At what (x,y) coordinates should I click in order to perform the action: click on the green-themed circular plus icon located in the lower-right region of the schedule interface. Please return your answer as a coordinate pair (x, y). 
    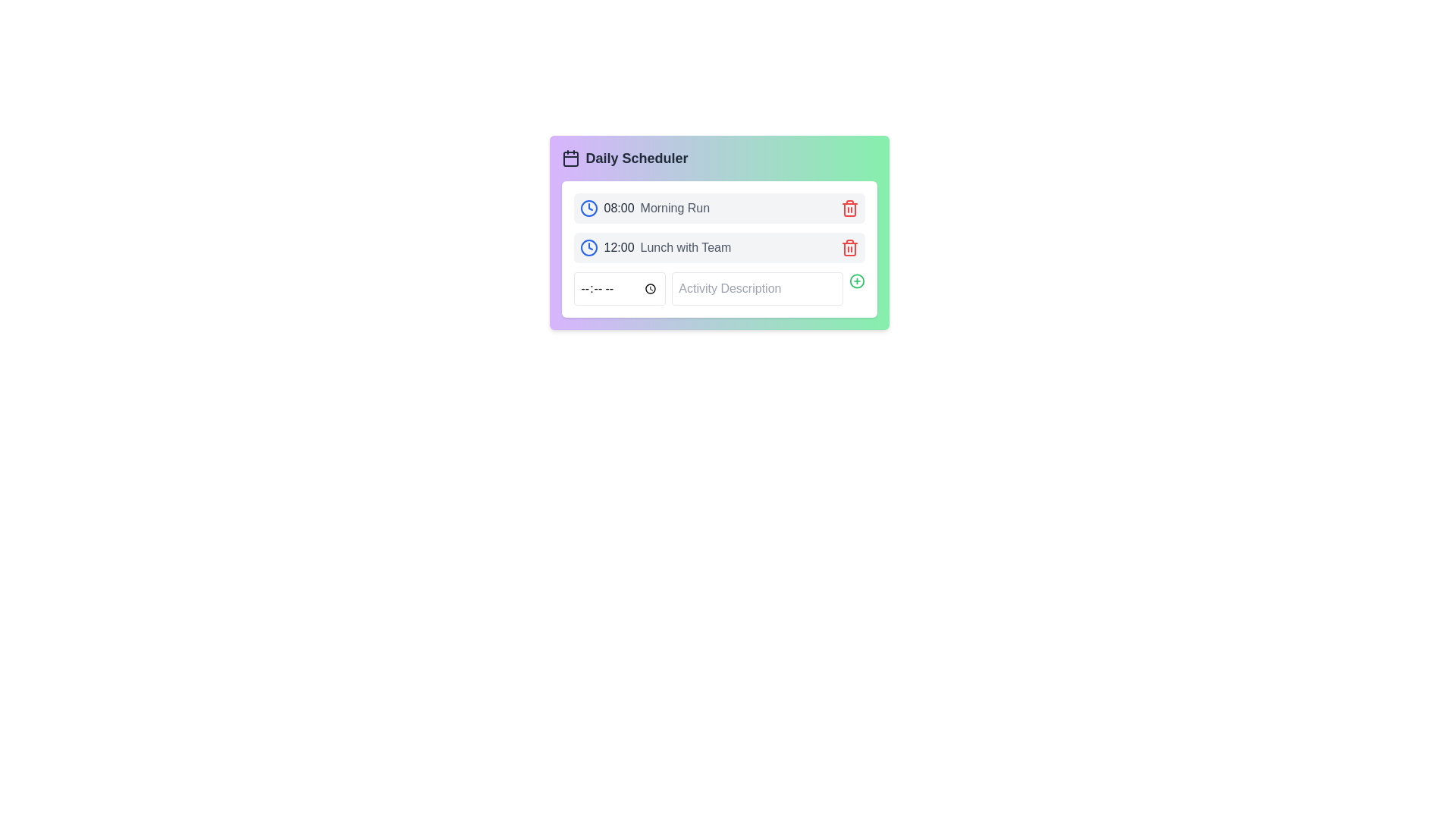
    Looking at the image, I should click on (857, 281).